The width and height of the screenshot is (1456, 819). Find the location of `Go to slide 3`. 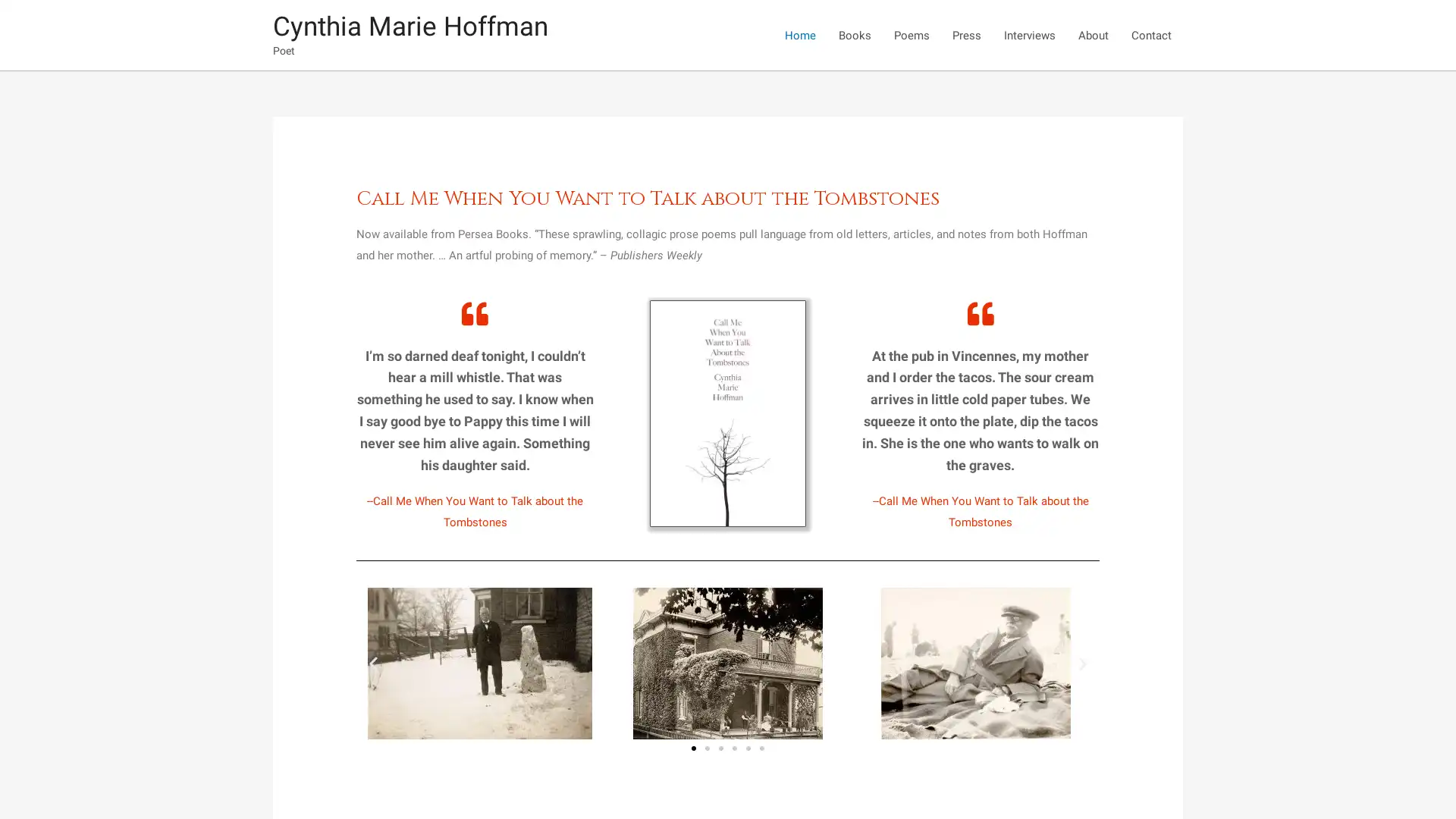

Go to slide 3 is located at coordinates (720, 748).